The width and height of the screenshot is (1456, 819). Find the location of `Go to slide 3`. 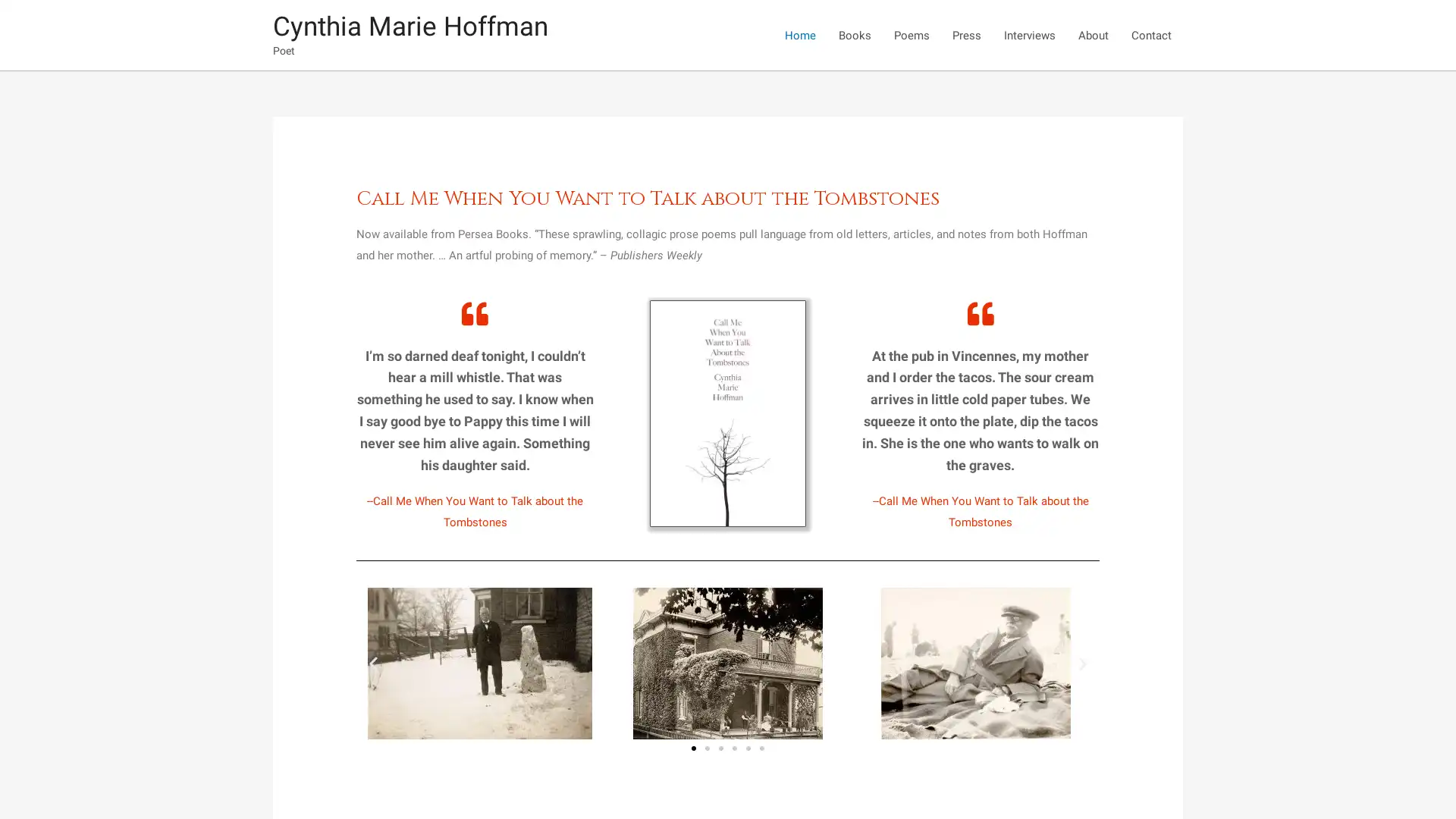

Go to slide 3 is located at coordinates (720, 748).